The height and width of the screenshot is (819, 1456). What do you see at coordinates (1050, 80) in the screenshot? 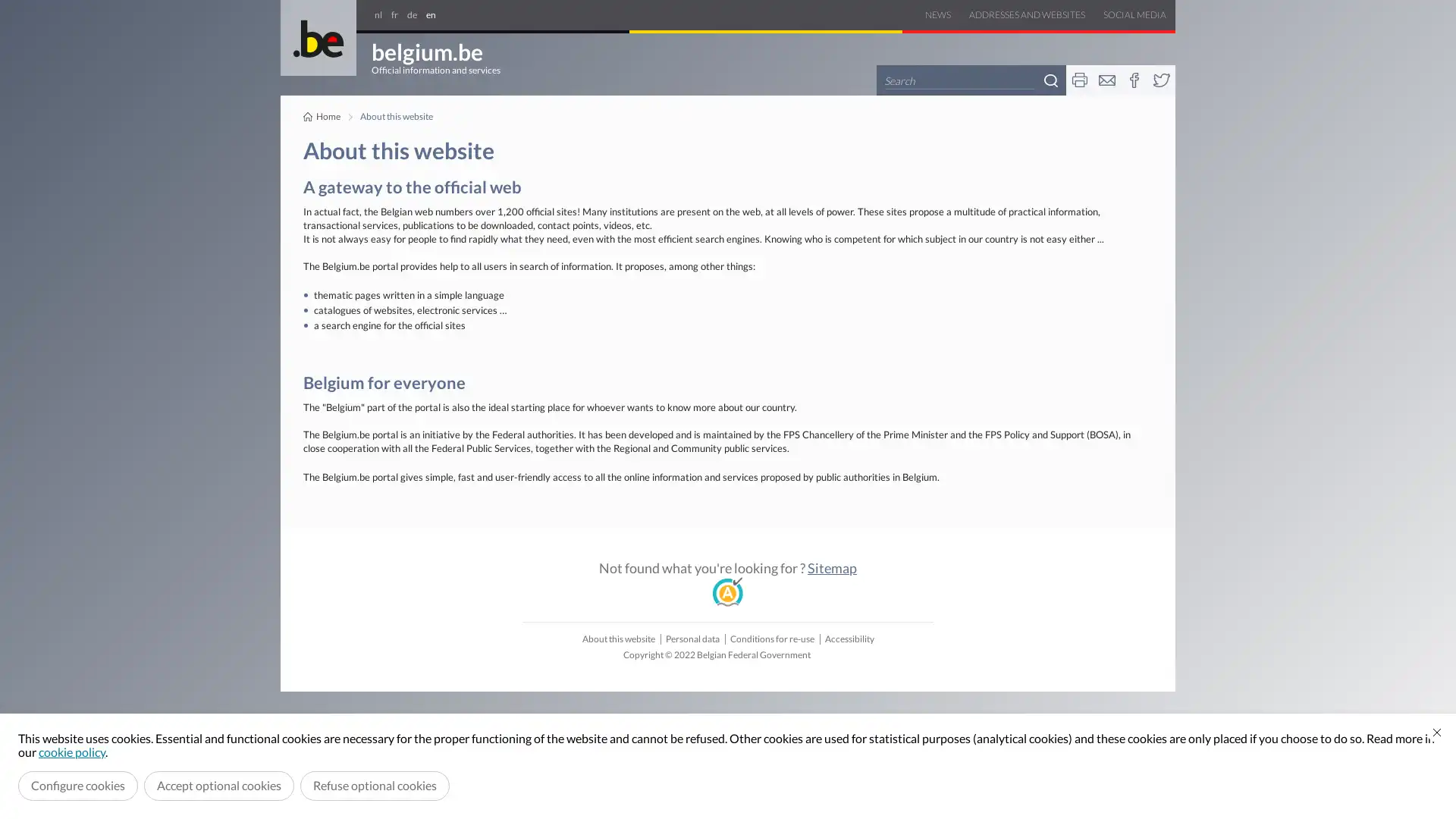
I see `Search` at bounding box center [1050, 80].